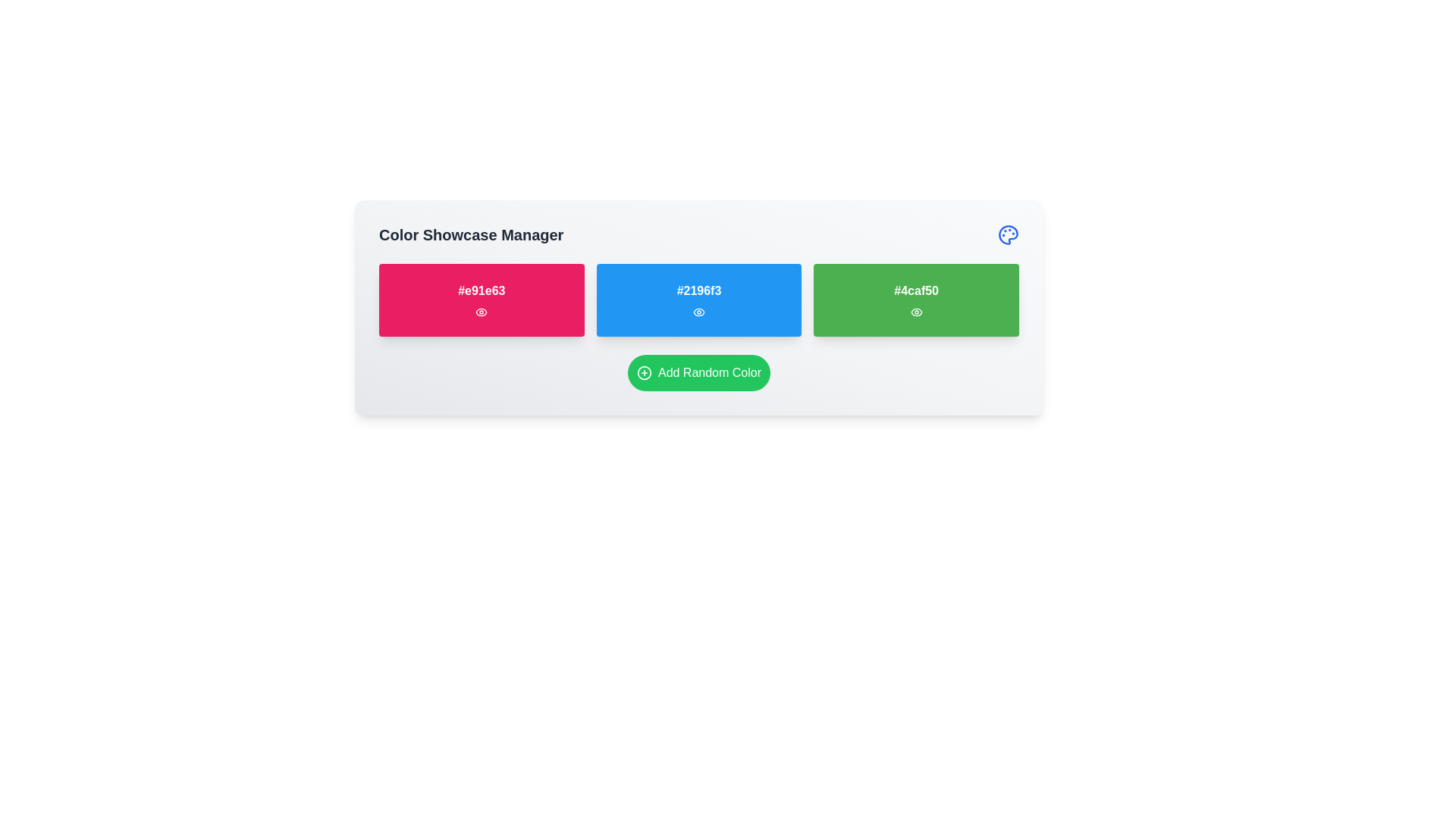 The image size is (1456, 819). I want to click on the visibility toggle graphical icon resembling an eye shape, which is centered within the first pink card labeled '#e91e63' under the 'Color Showcase Manager' title, so click(480, 312).